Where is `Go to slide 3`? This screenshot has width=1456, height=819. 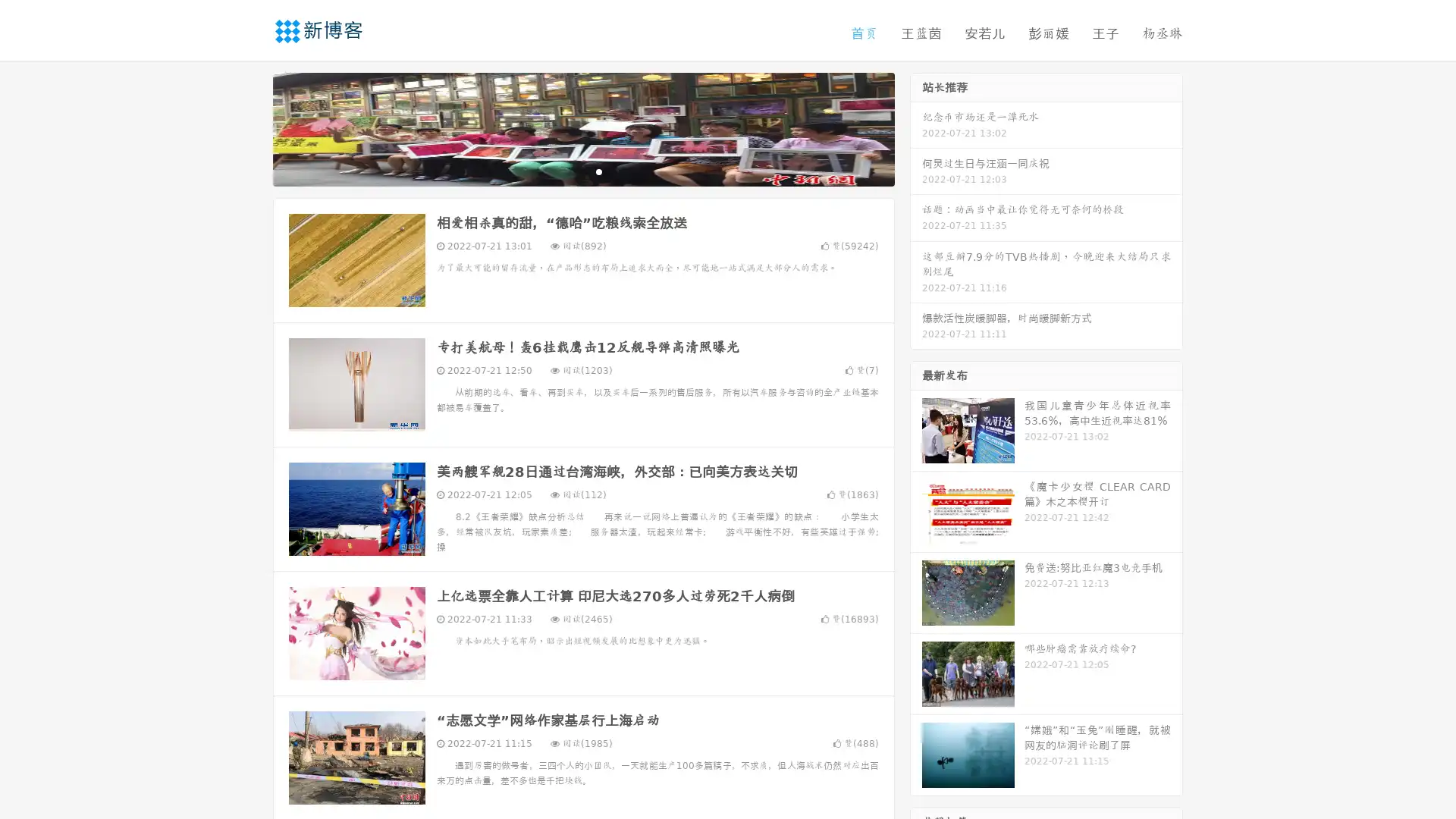
Go to slide 3 is located at coordinates (598, 171).